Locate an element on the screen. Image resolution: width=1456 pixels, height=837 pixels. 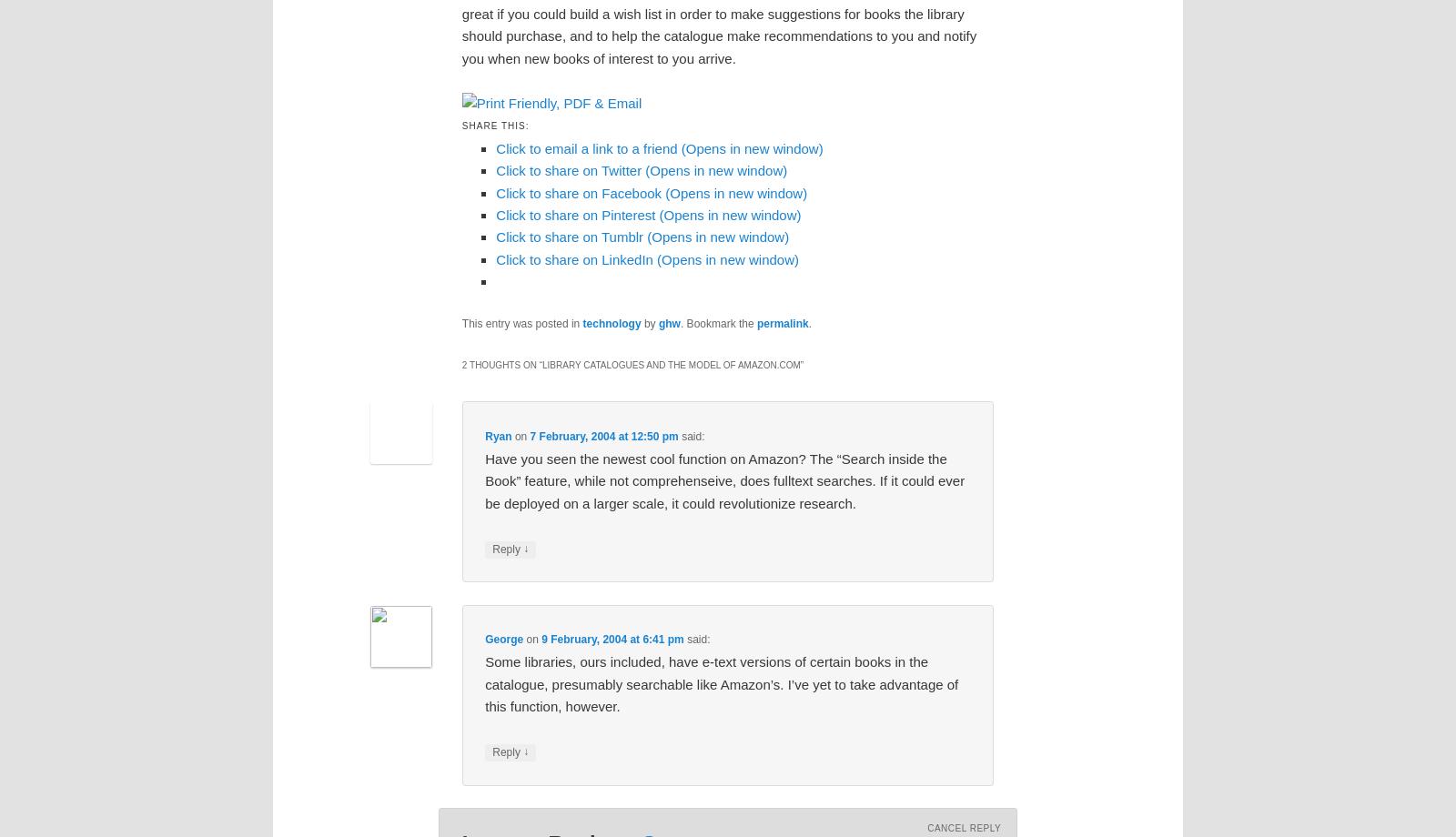
'.' is located at coordinates (809, 322).